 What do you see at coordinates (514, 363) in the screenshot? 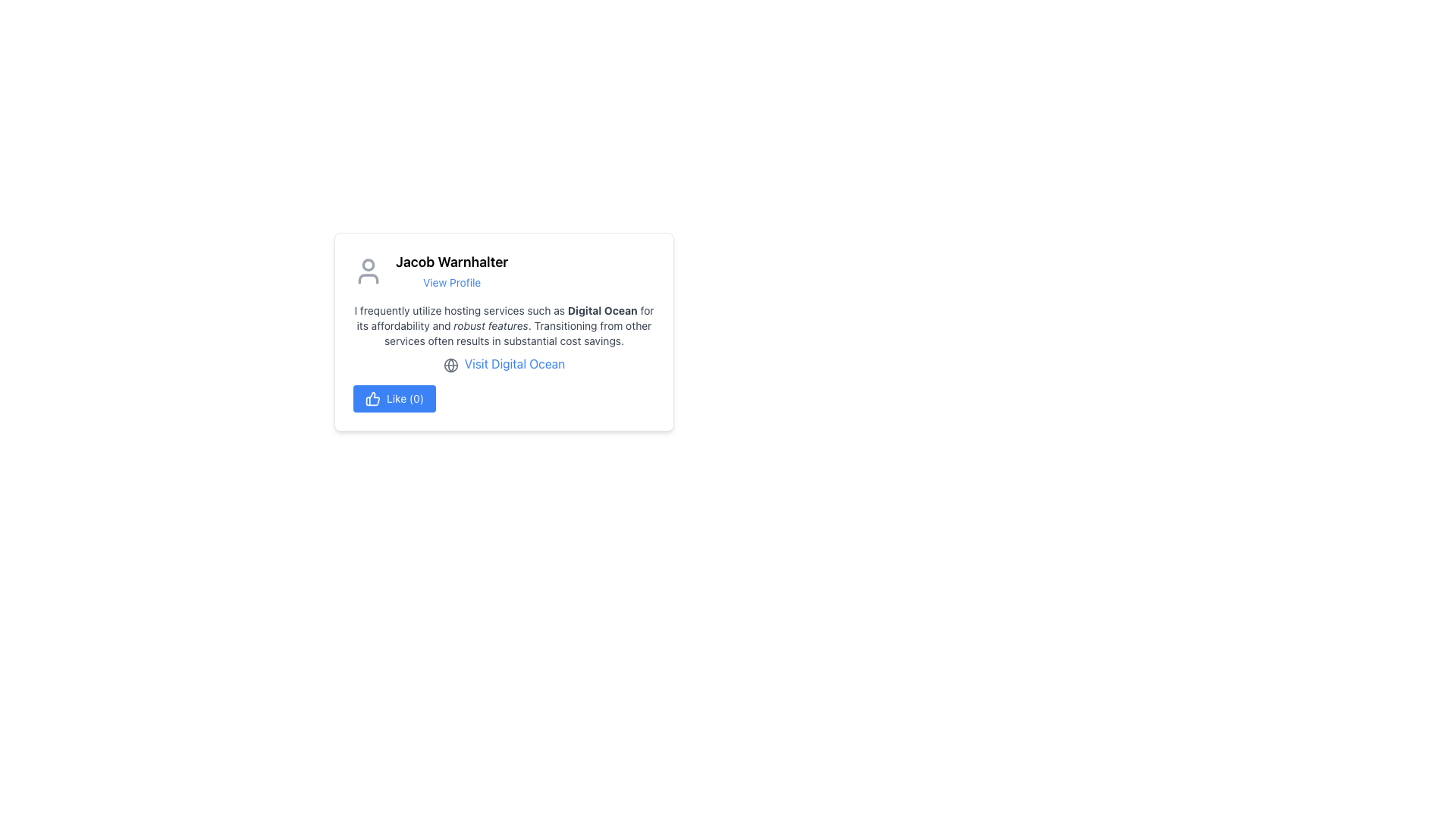
I see `the hyperlink located at the bottom of the text area, immediately to the right of the globe icon` at bounding box center [514, 363].